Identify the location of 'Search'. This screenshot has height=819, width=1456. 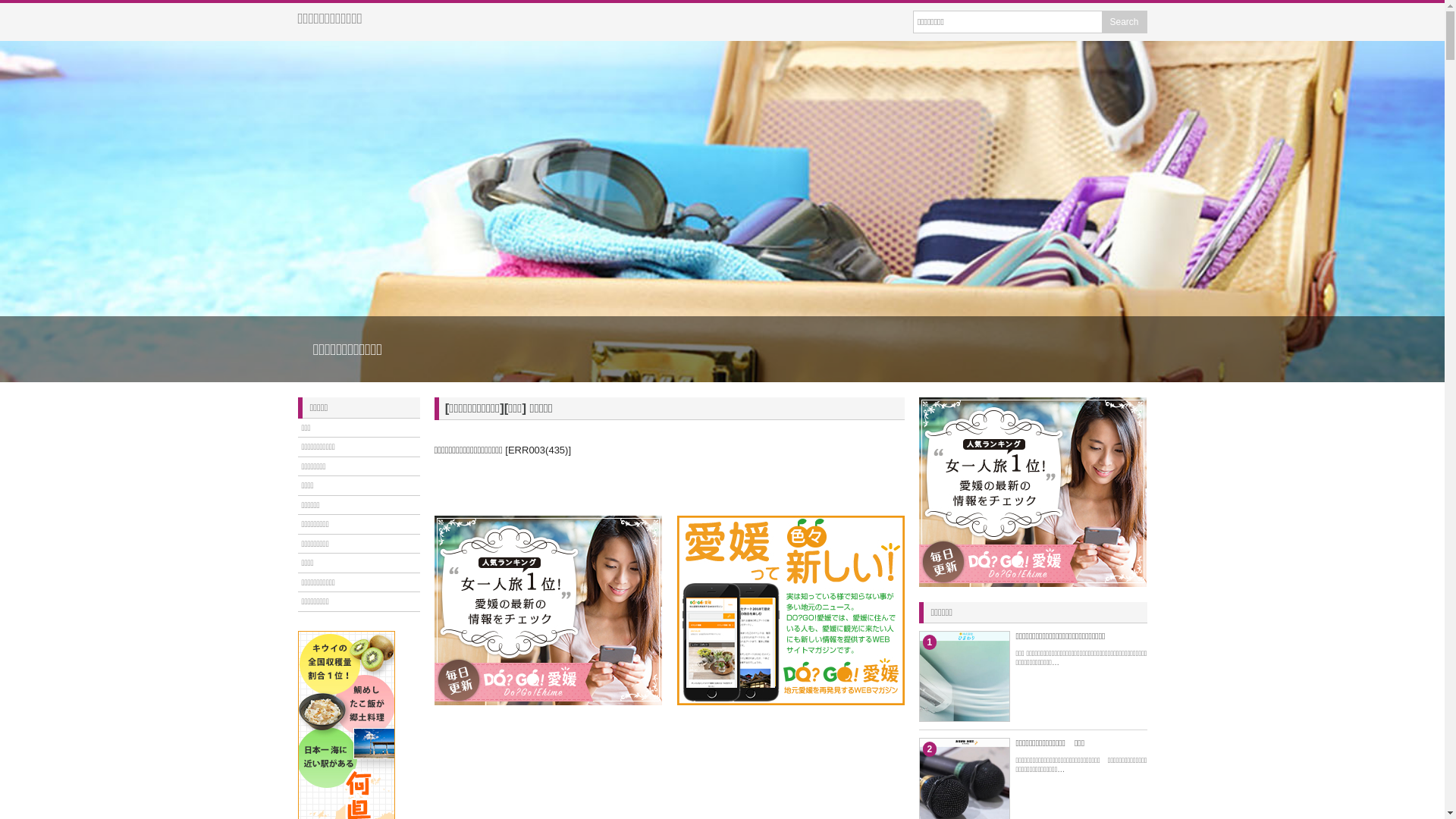
(1100, 22).